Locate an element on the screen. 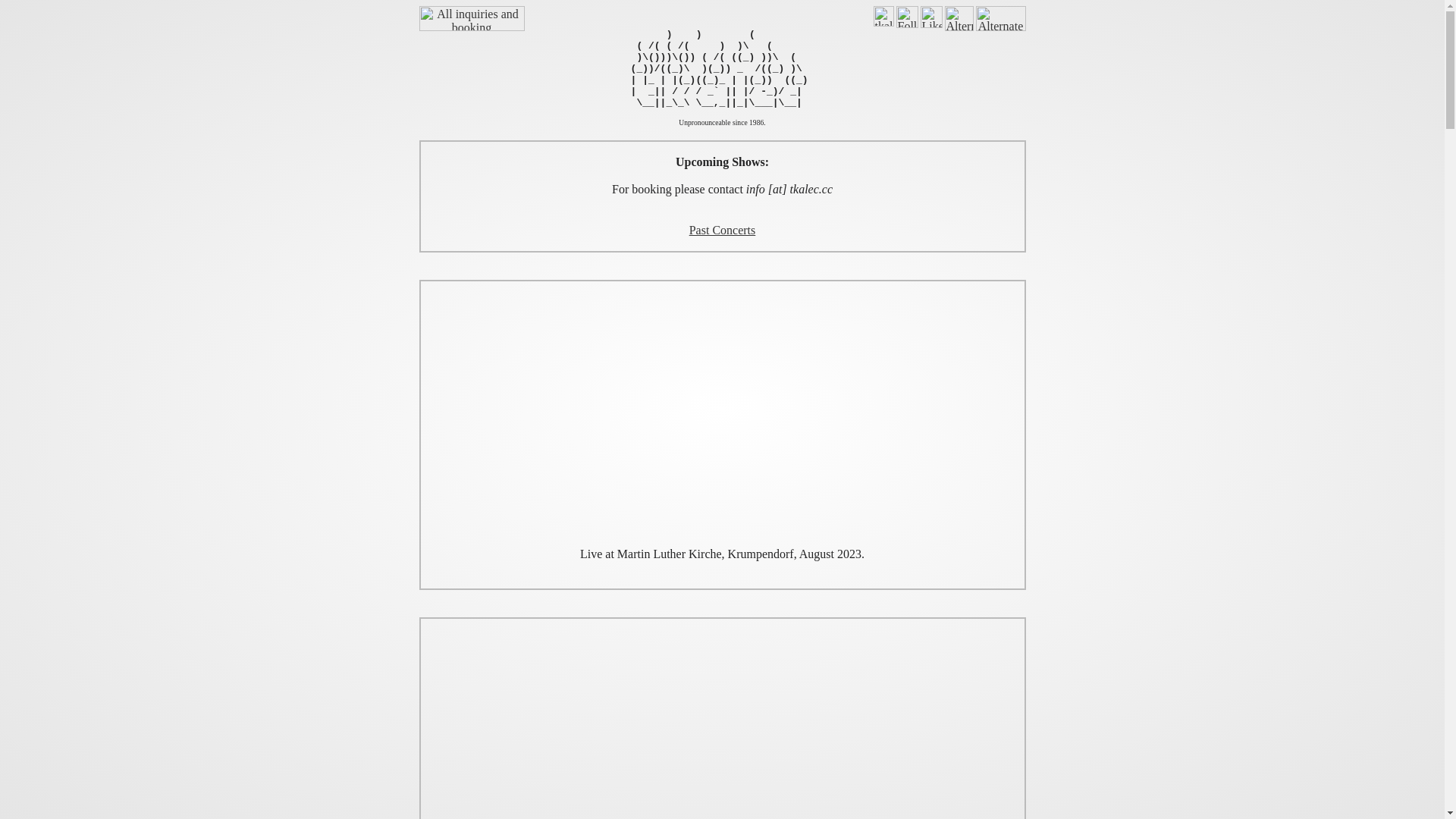 The height and width of the screenshot is (819, 1456). 'Stream on Spotify' is located at coordinates (883, 16).